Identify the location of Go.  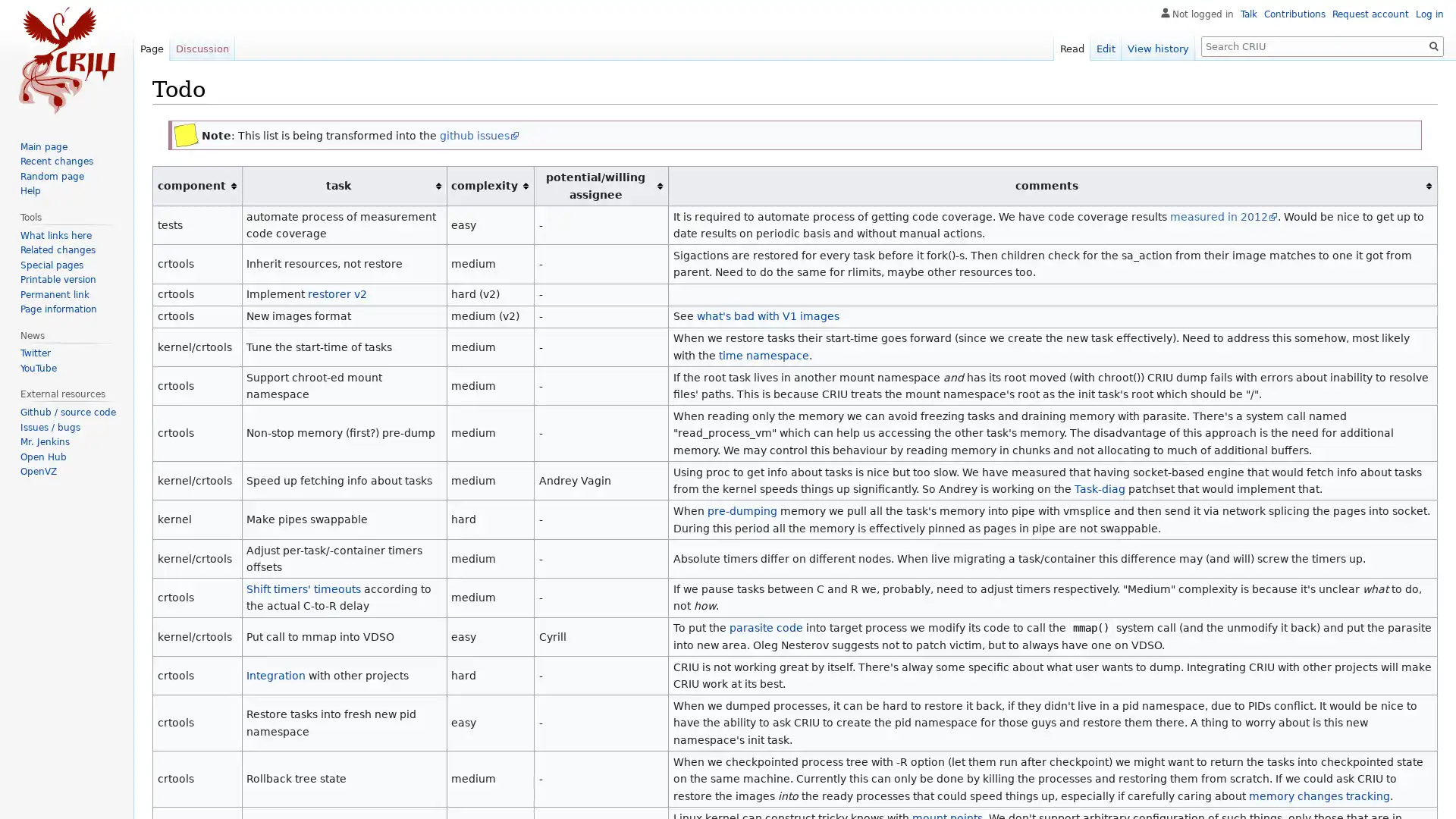
(1433, 45).